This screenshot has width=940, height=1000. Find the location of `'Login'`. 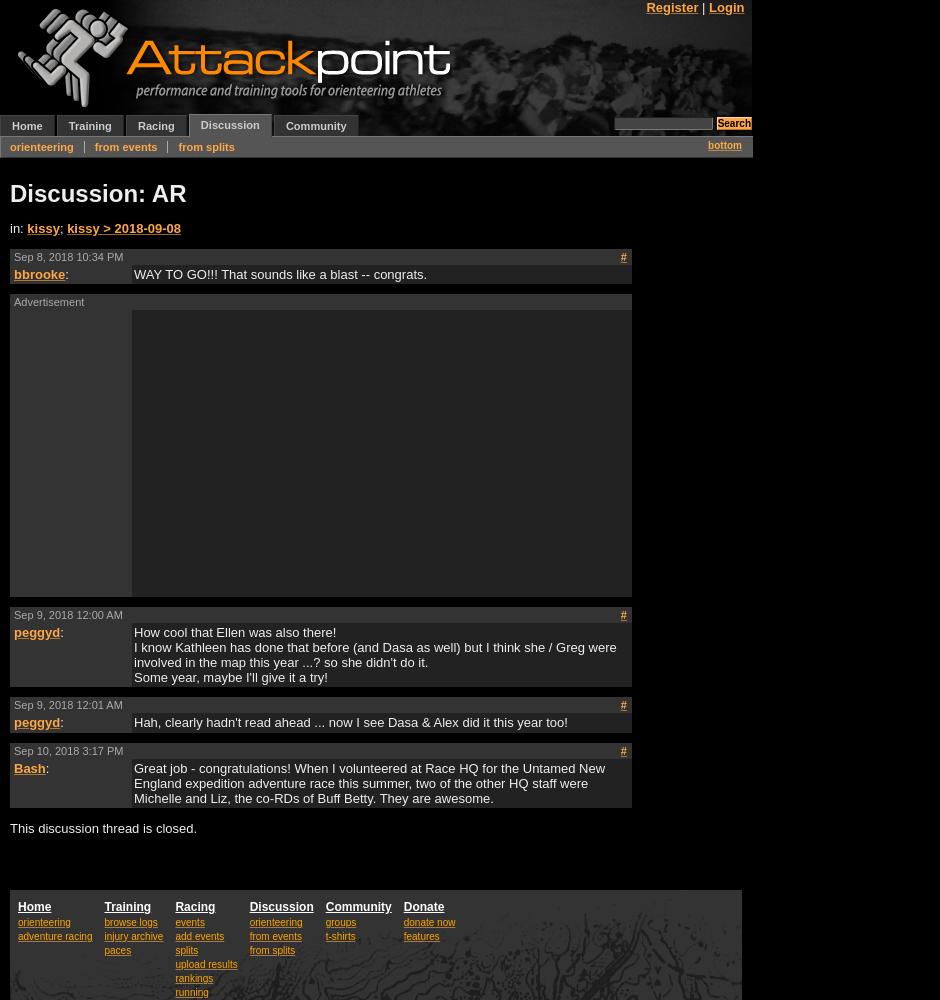

'Login' is located at coordinates (709, 7).